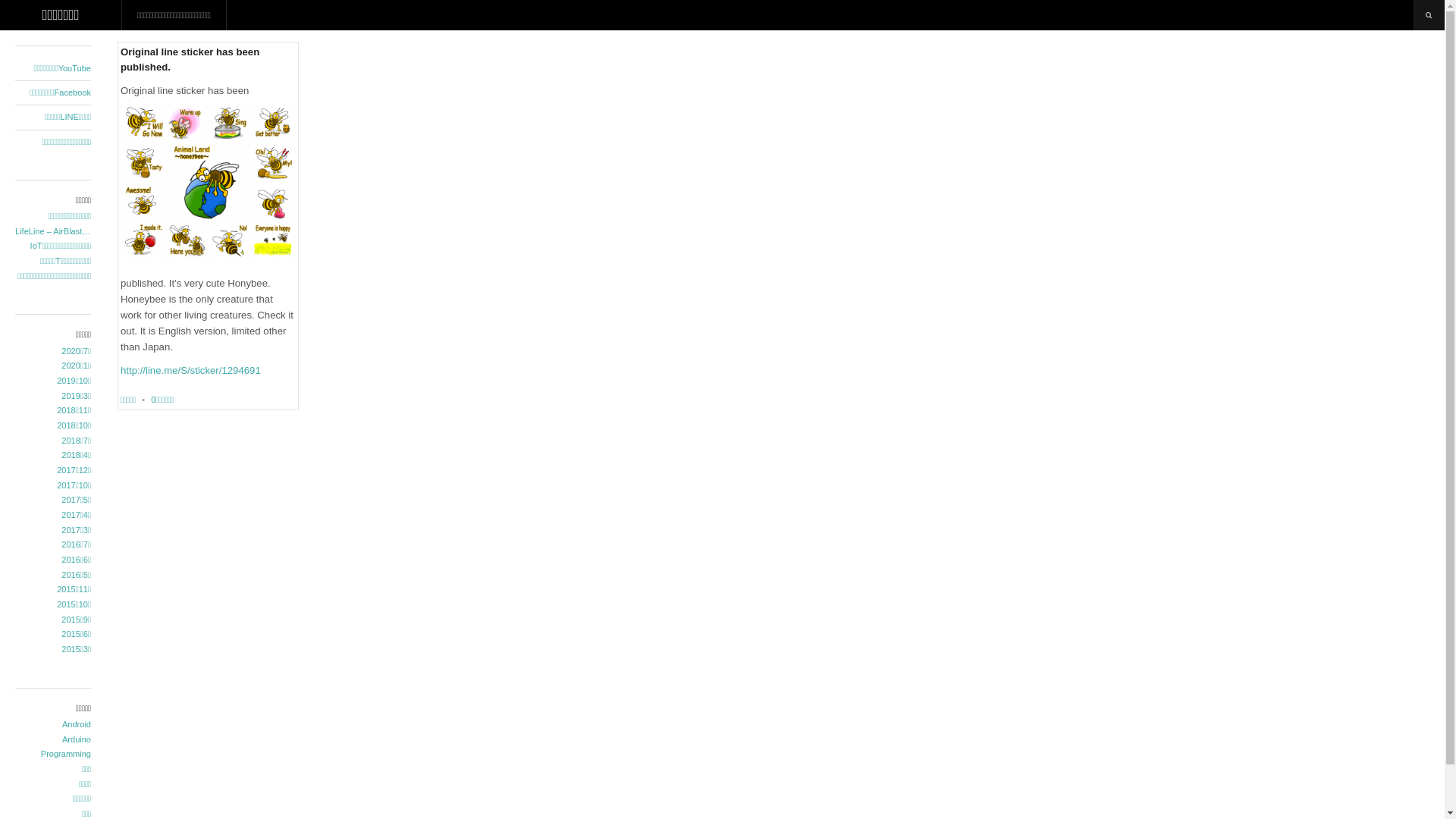 The width and height of the screenshot is (1456, 819). What do you see at coordinates (53, 739) in the screenshot?
I see `'Arduino'` at bounding box center [53, 739].